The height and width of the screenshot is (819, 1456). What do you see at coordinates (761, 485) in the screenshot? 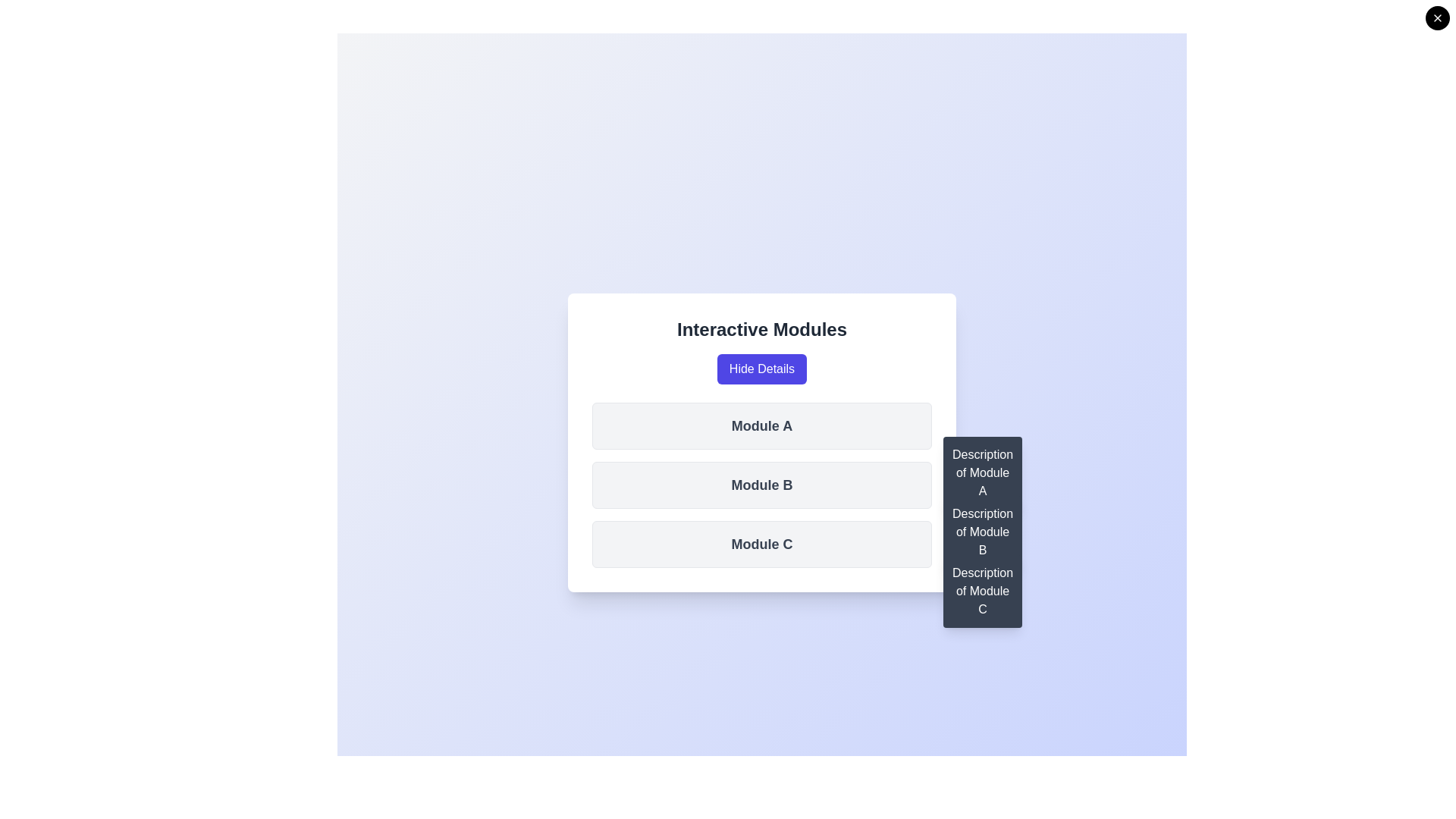
I see `text displayed in the bold 'Module B' label, which is located in the second module of three, centered horizontally and positioned between 'Module A' and 'Module C'` at bounding box center [761, 485].